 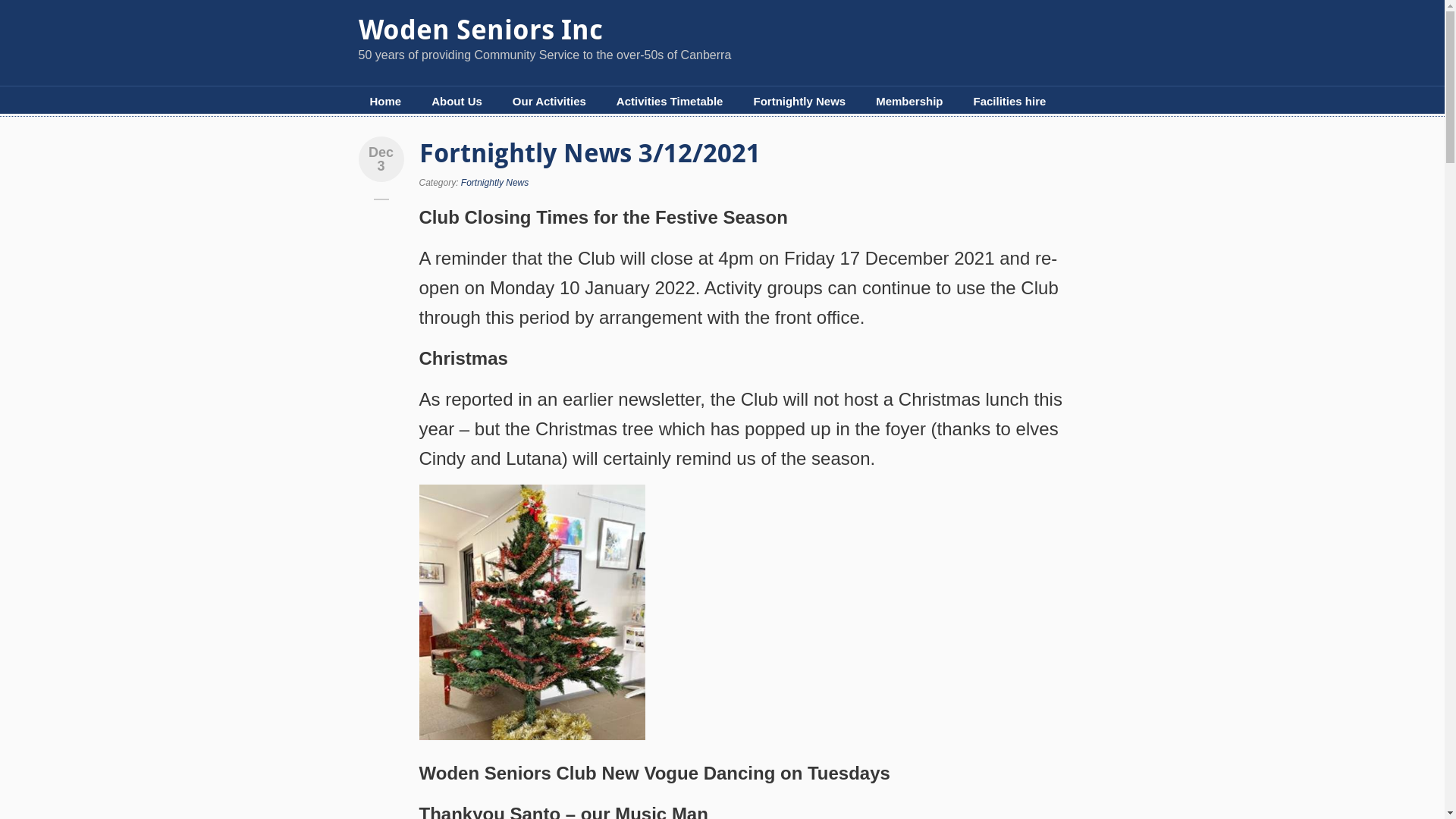 What do you see at coordinates (909, 102) in the screenshot?
I see `'Membership'` at bounding box center [909, 102].